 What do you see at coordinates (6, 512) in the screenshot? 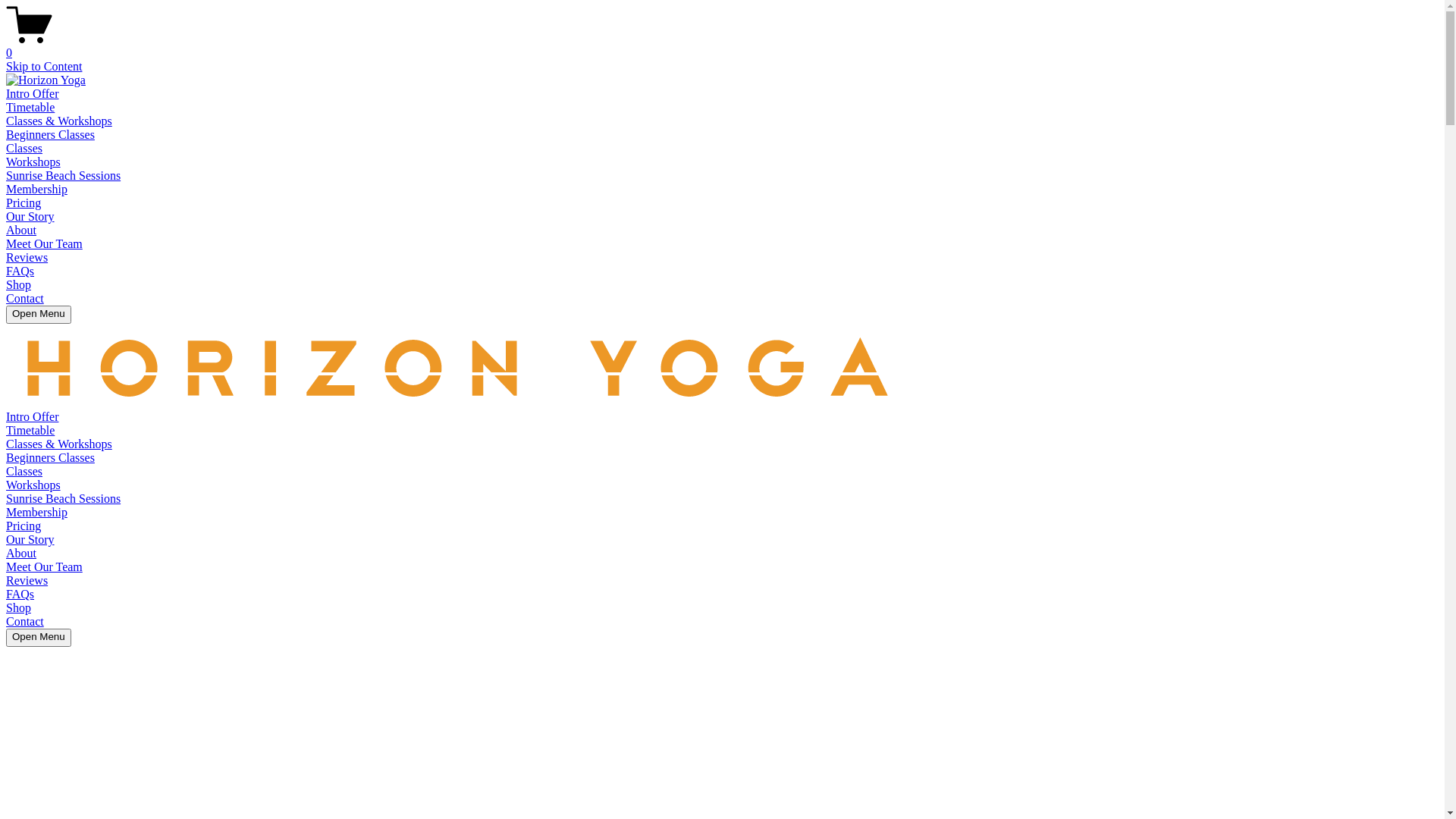
I see `'Membership'` at bounding box center [6, 512].